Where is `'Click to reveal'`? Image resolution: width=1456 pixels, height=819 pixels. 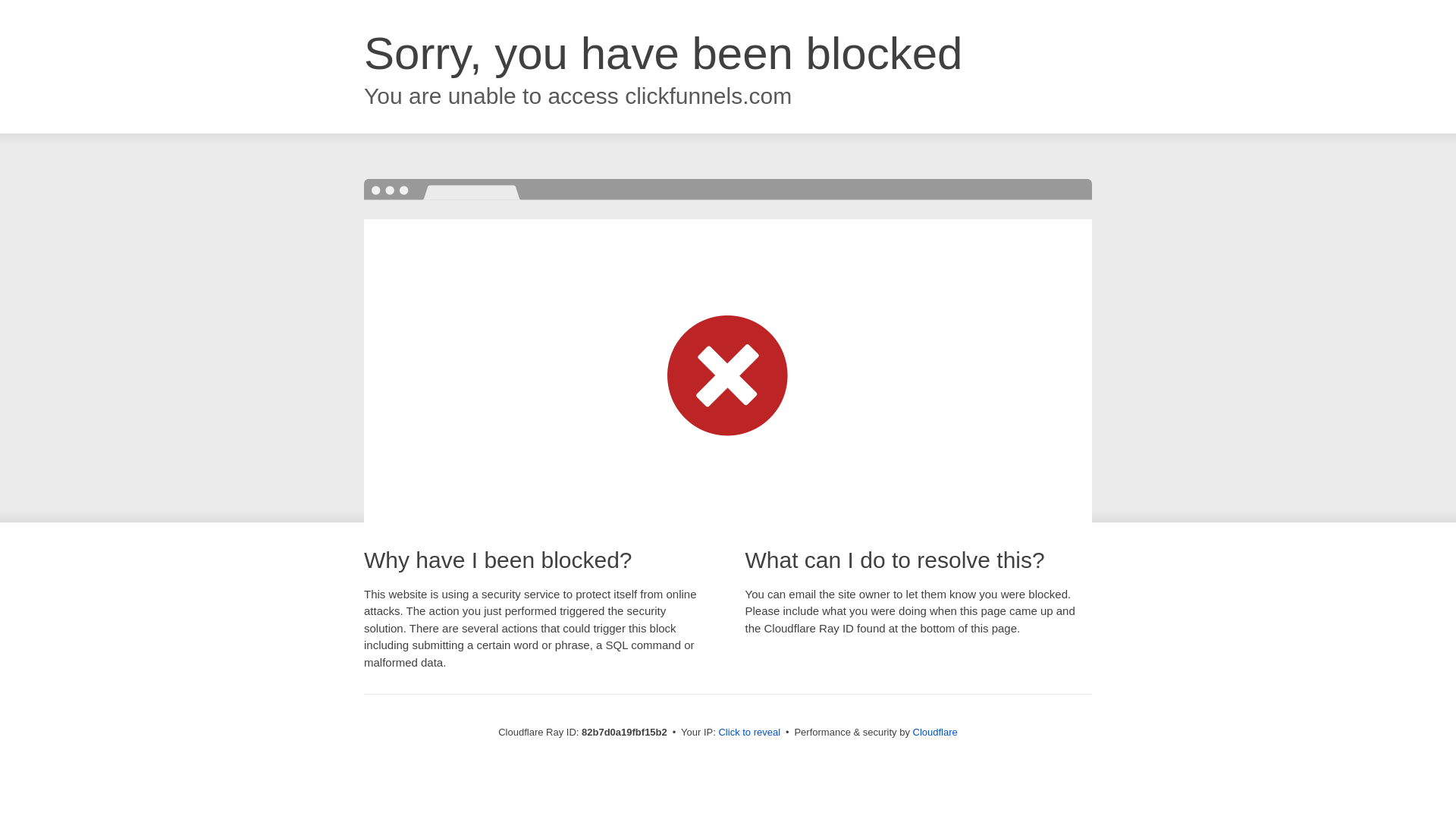
'Click to reveal' is located at coordinates (717, 731).